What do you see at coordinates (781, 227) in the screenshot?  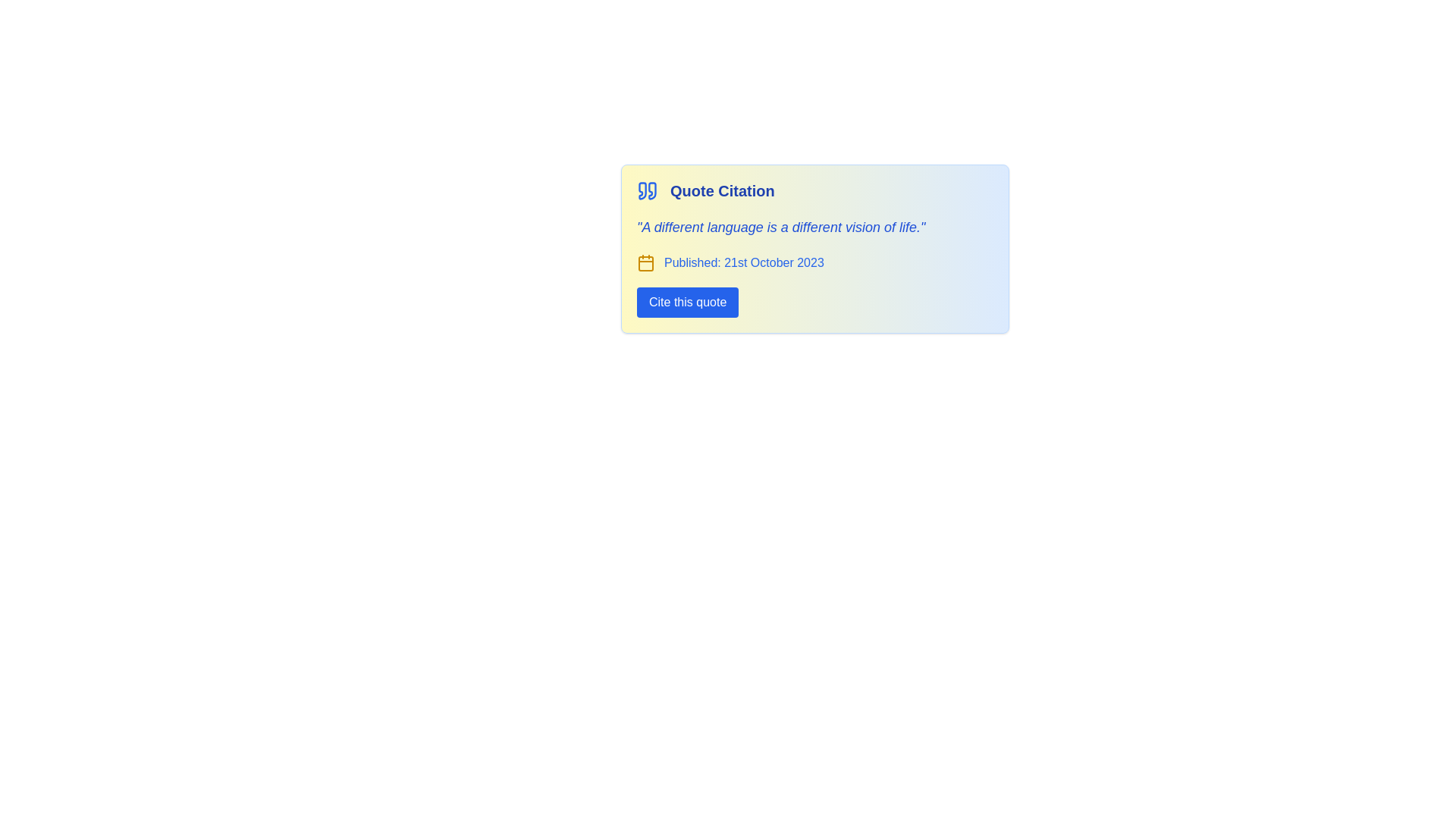 I see `the italicized blue text displaying the quote 'A different language is a different vision of life.' which is located below the heading 'Quote Citation.'` at bounding box center [781, 227].